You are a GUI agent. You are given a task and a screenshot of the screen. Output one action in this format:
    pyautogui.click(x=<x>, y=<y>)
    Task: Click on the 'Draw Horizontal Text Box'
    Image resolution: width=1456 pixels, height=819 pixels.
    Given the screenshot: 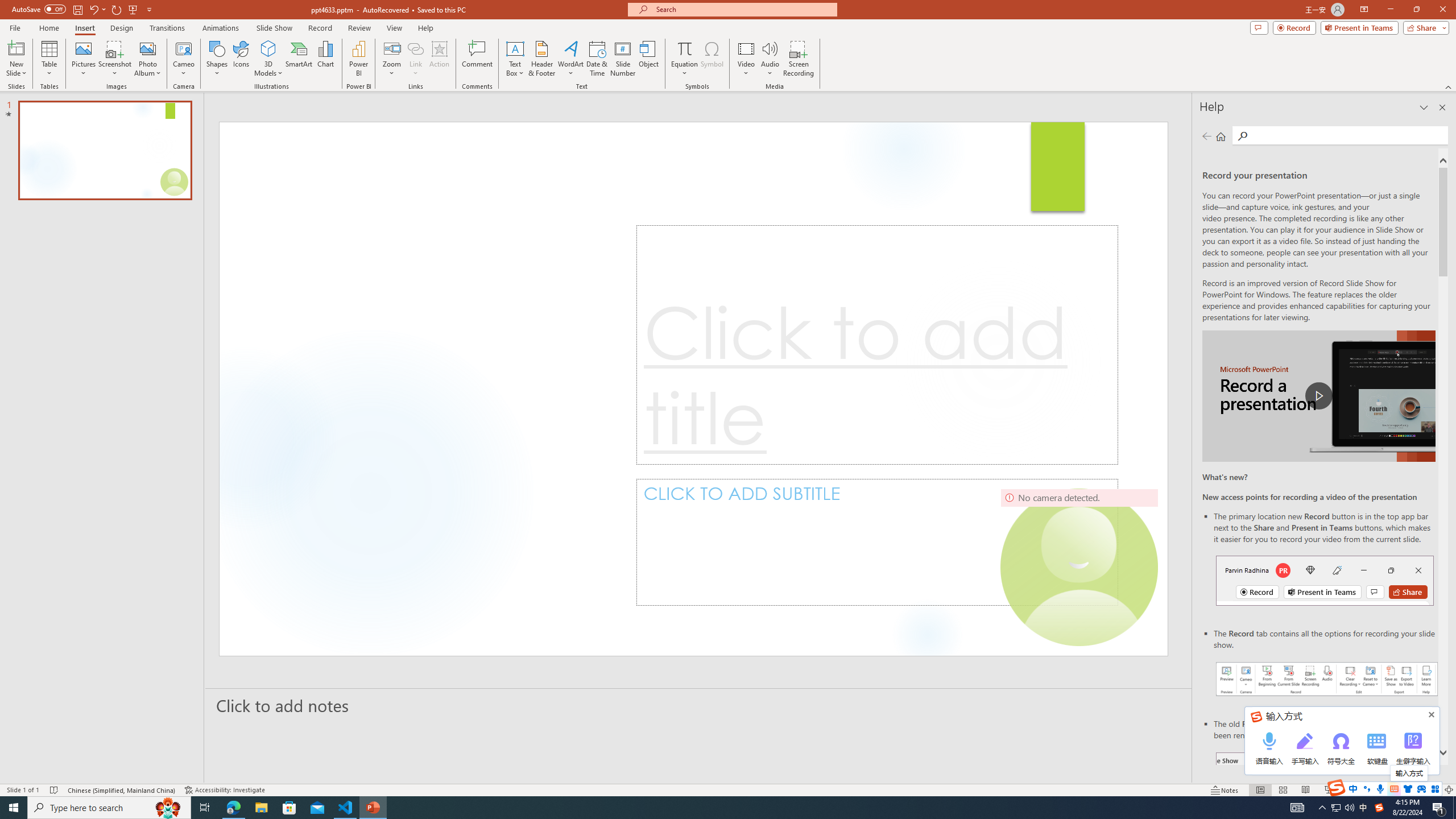 What is the action you would take?
    pyautogui.click(x=515, y=48)
    